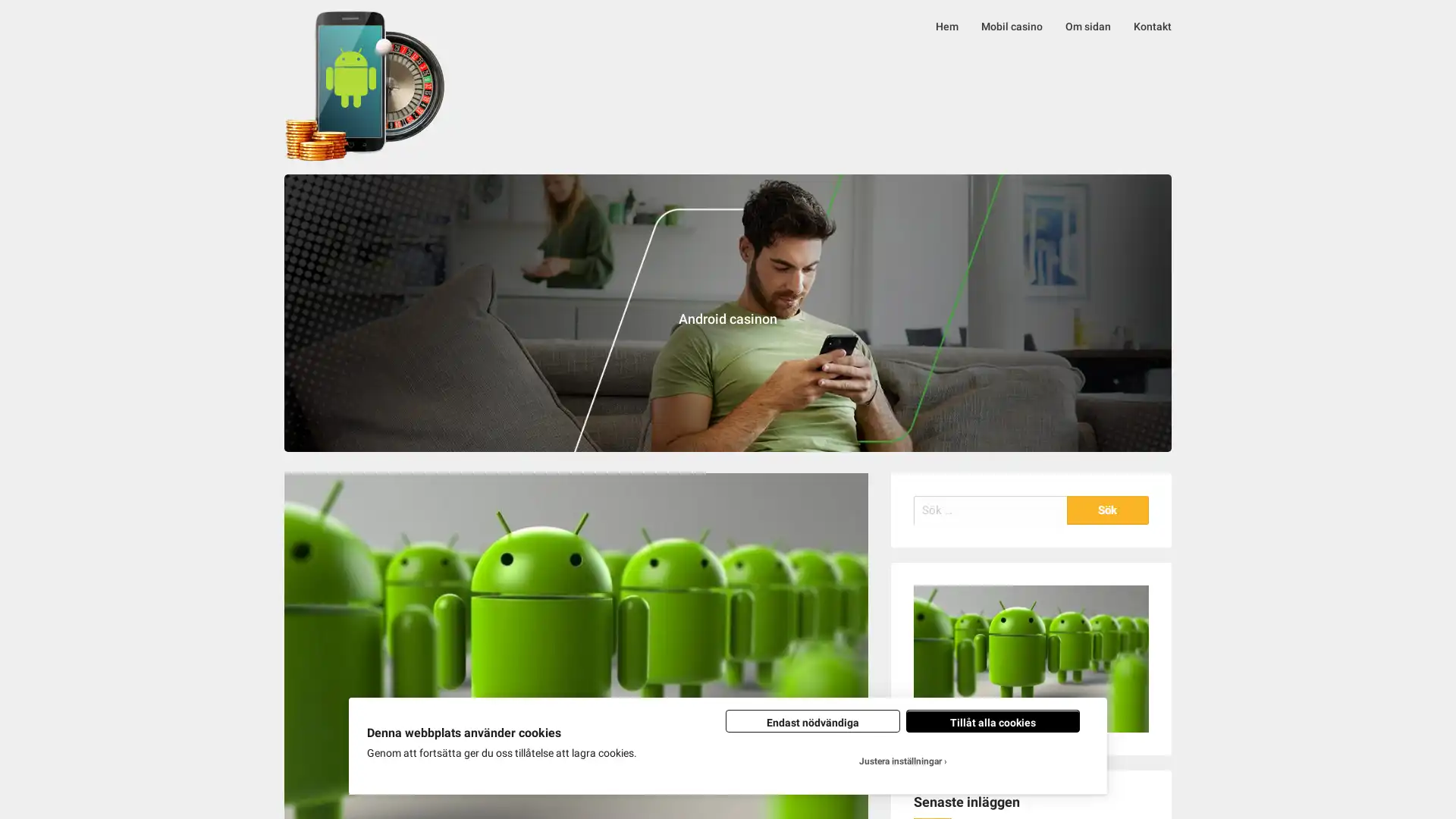 The image size is (1456, 819). Describe the element at coordinates (811, 720) in the screenshot. I see `Endast nodvandiga` at that location.